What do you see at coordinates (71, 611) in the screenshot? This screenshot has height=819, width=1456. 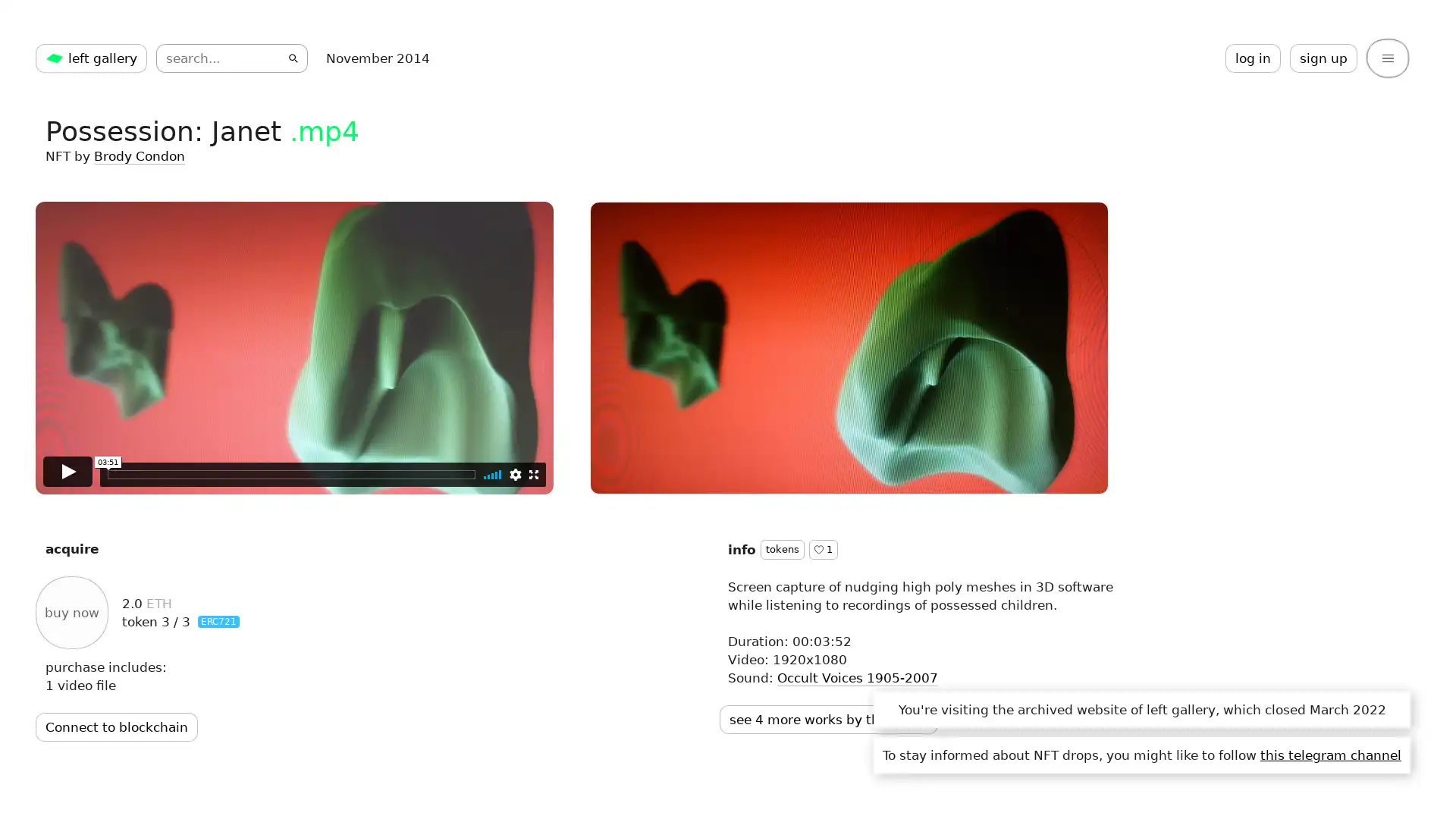 I see `buy now` at bounding box center [71, 611].